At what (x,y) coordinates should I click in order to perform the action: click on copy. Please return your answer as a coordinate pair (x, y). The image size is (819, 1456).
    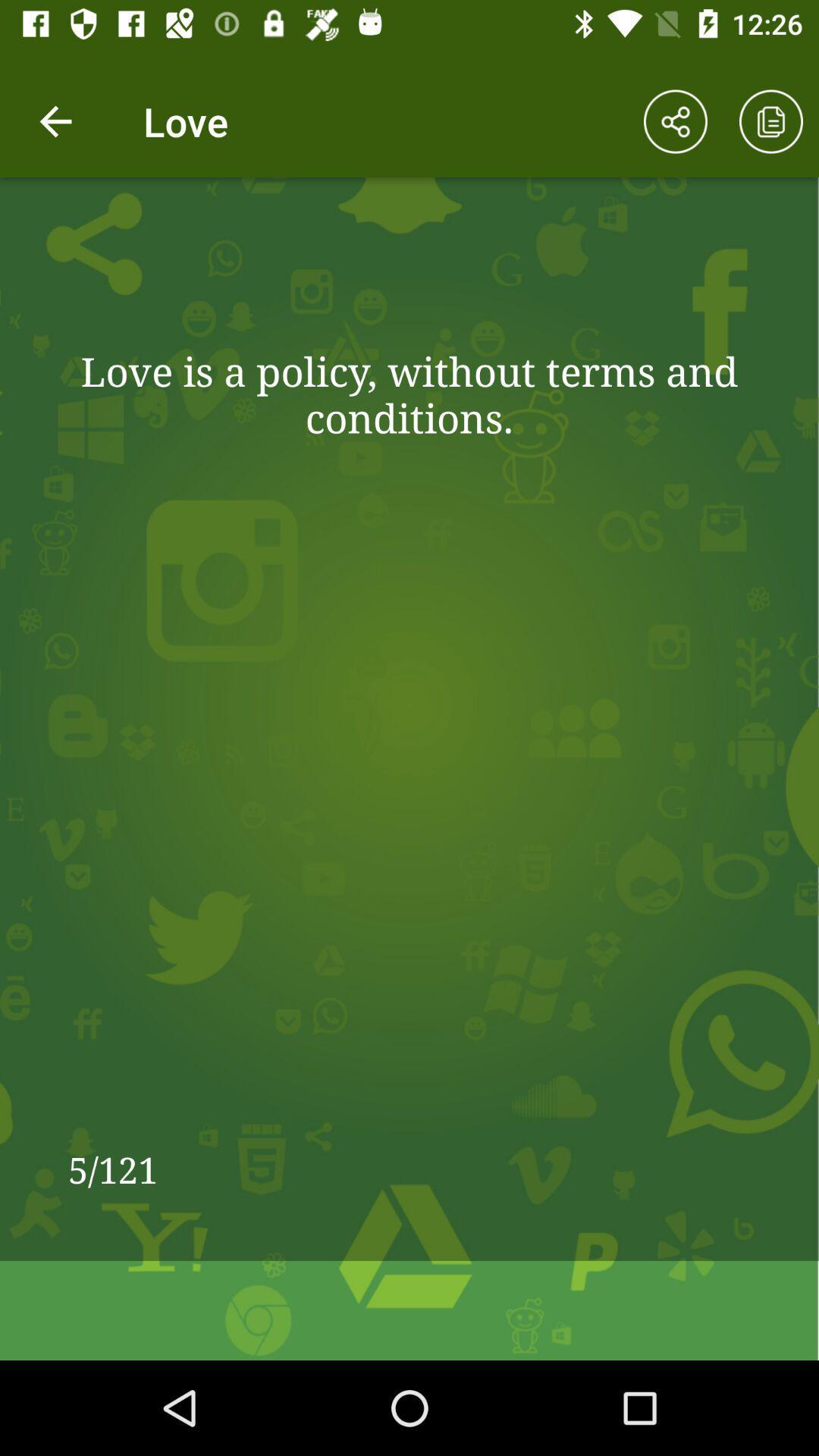
    Looking at the image, I should click on (771, 121).